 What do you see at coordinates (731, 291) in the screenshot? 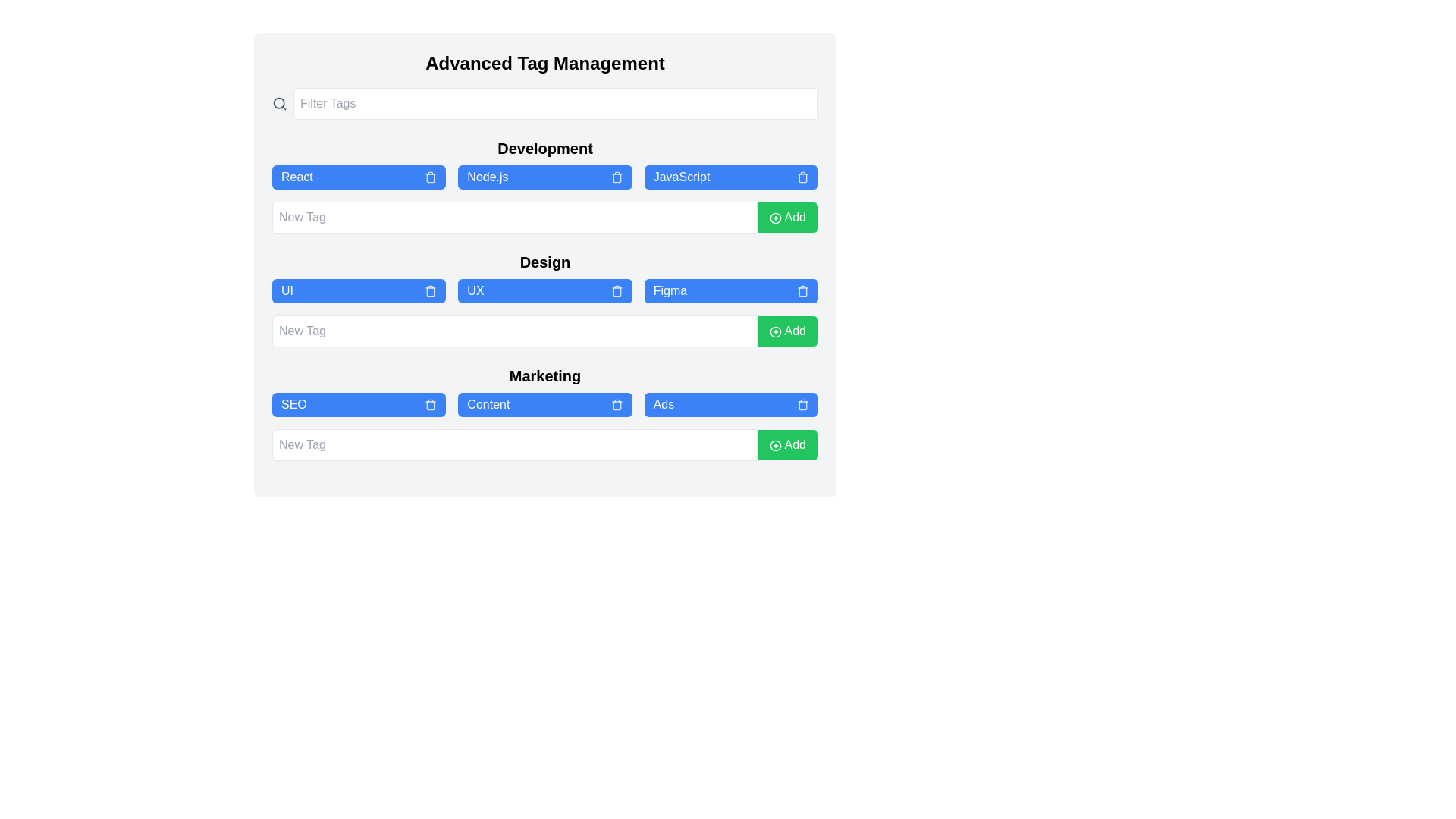
I see `the 'Figma' button, which is the third button from the left` at bounding box center [731, 291].